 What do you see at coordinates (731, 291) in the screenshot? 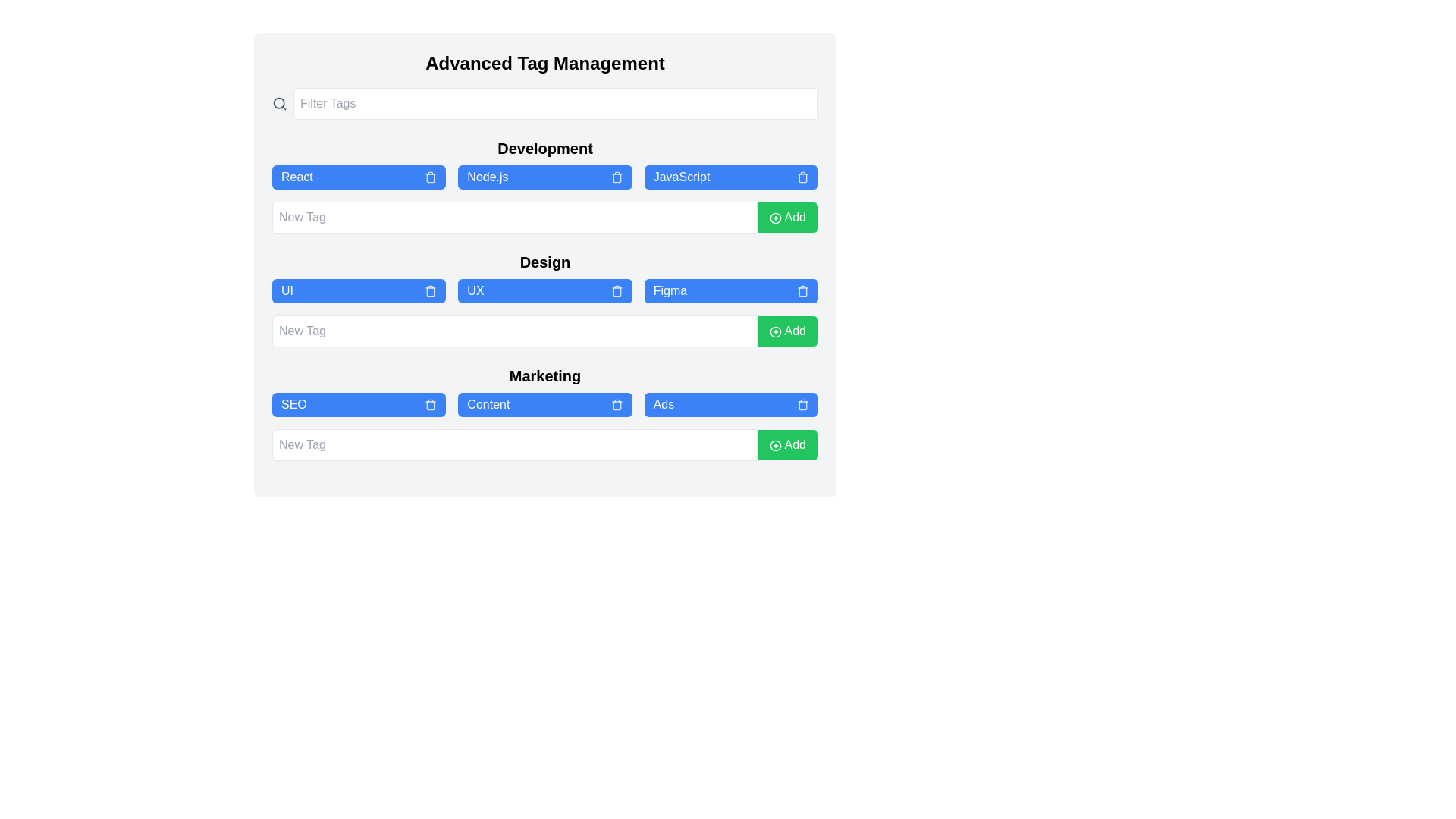
I see `the 'Figma' button, which is the third button from the left` at bounding box center [731, 291].